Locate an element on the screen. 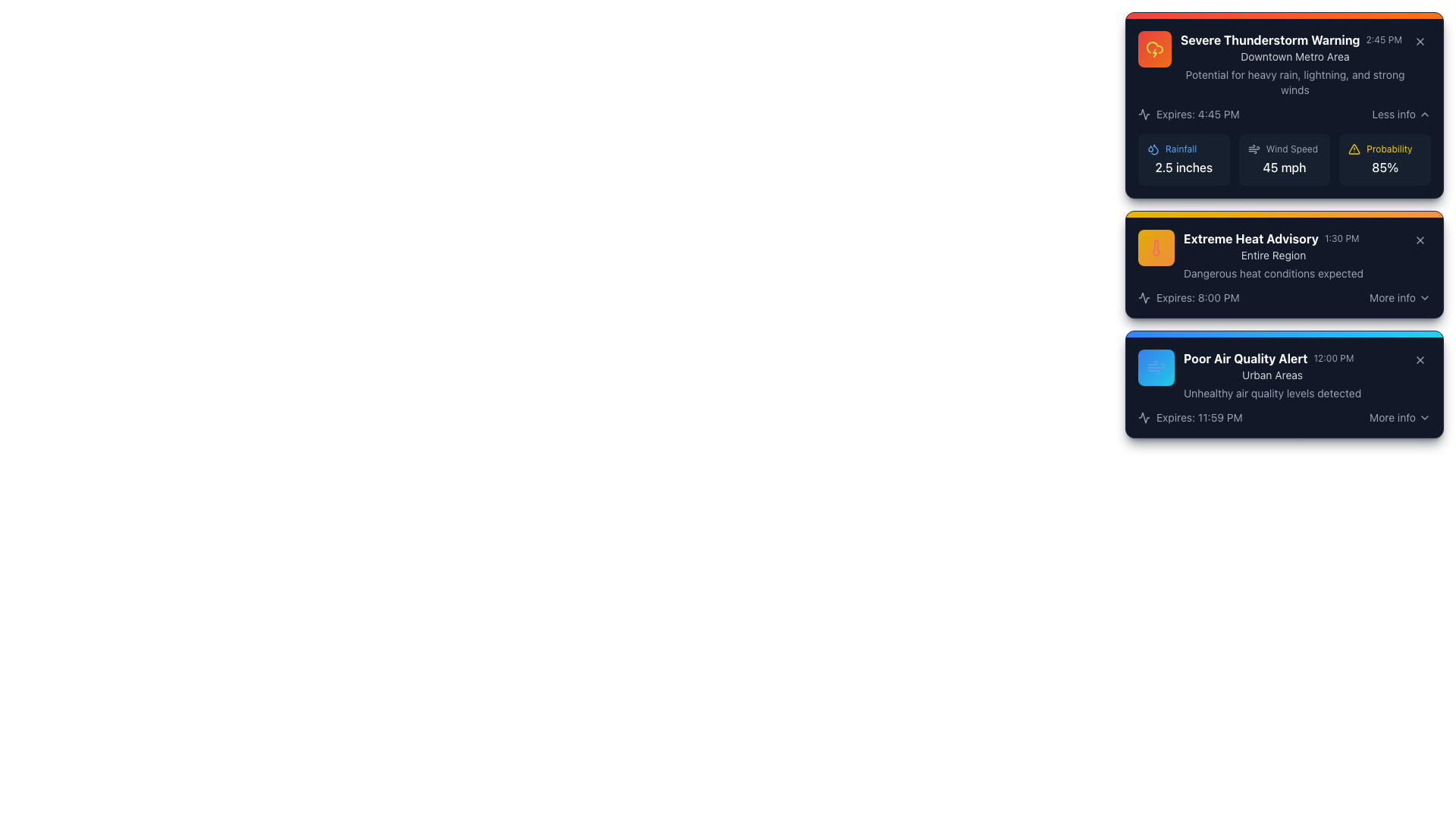 Image resolution: width=1456 pixels, height=819 pixels. the chevron-down icon located within the 'More info' label at the bottom right corner of the 'Extreme Heat Advisory' card is located at coordinates (1423, 298).